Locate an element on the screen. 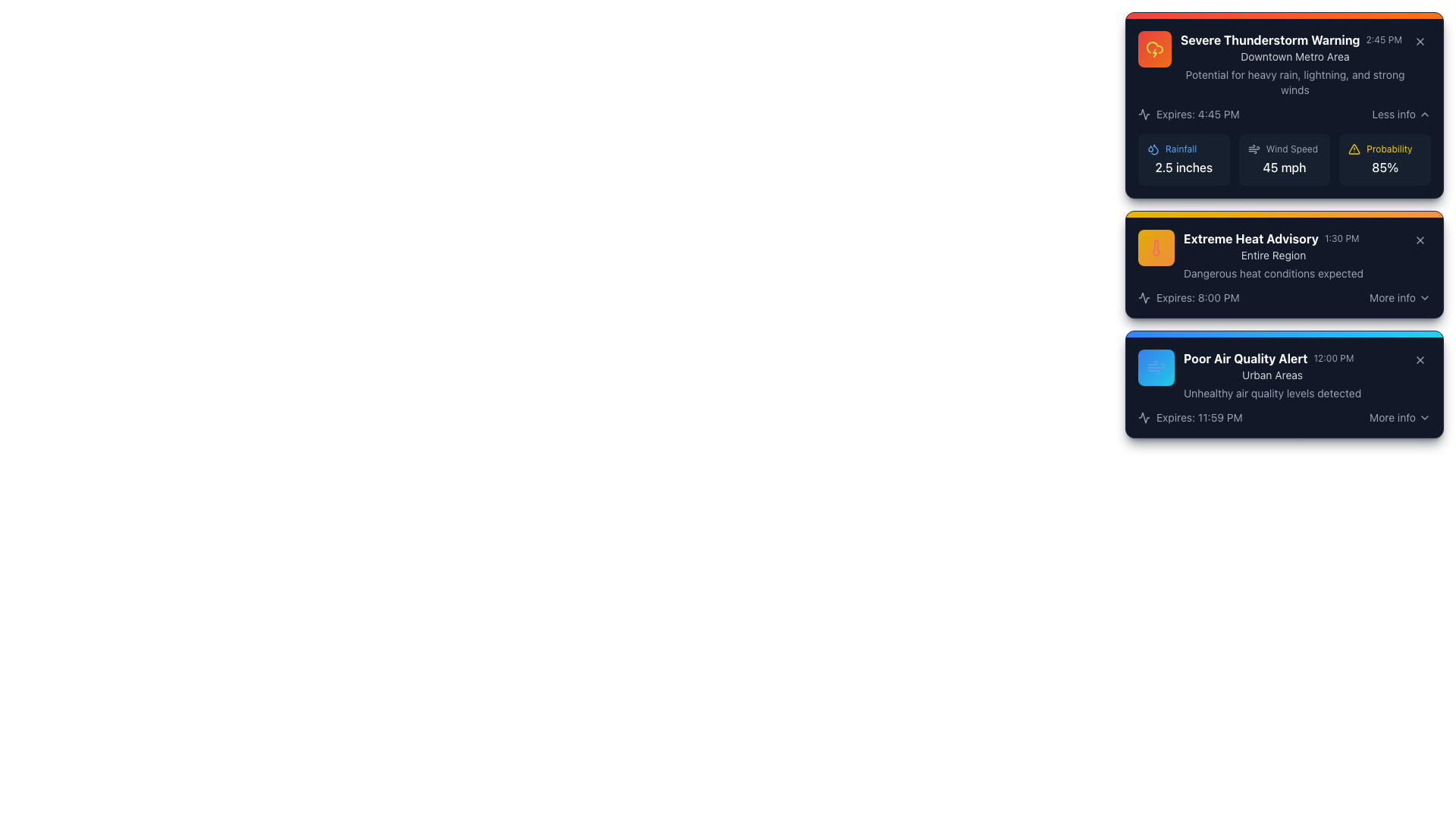 Image resolution: width=1456 pixels, height=819 pixels. the chevron-down icon located within the 'More info' label at the bottom right corner of the 'Extreme Heat Advisory' card is located at coordinates (1423, 298).